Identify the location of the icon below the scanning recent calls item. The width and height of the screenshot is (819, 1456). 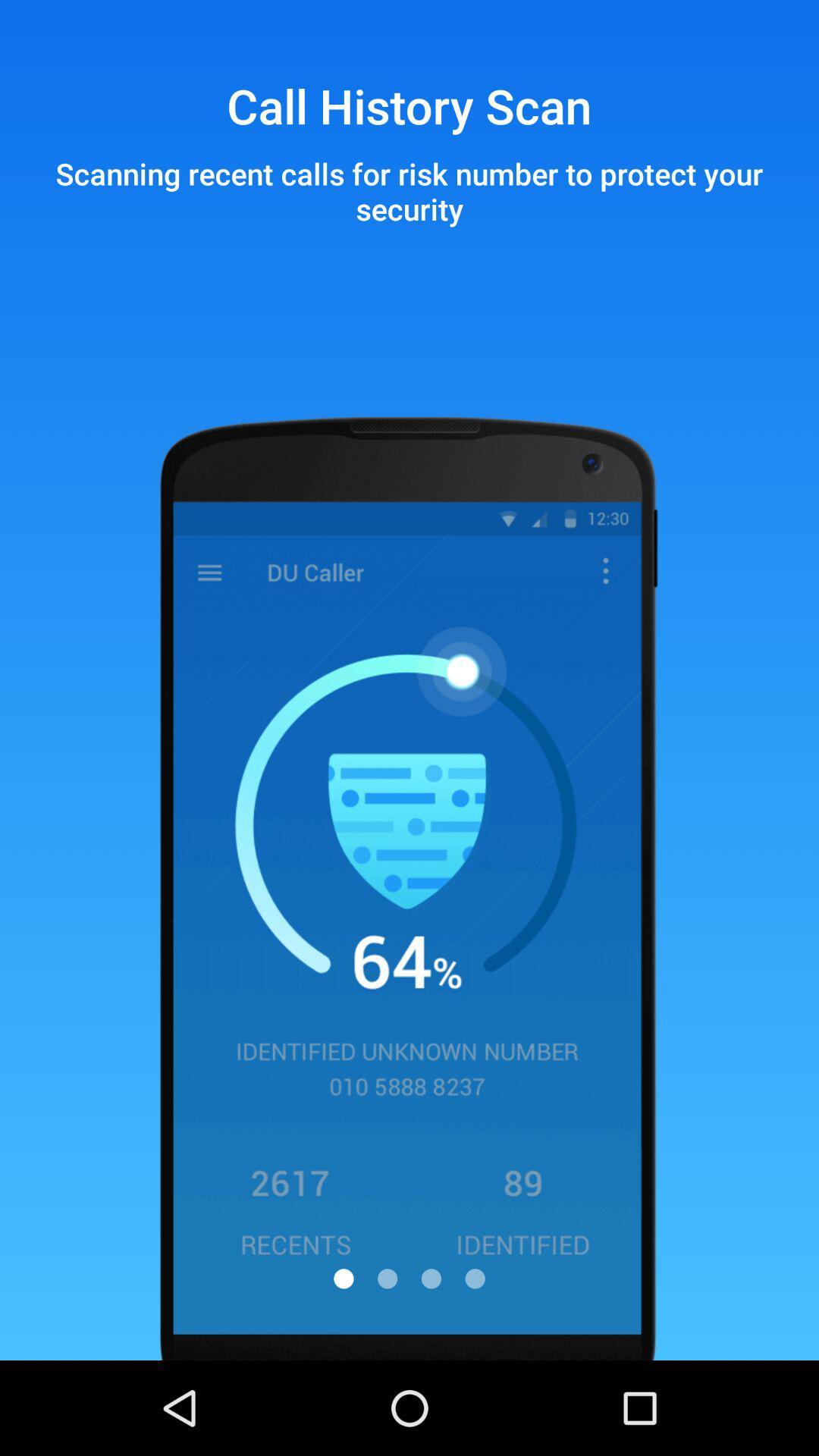
(387, 1278).